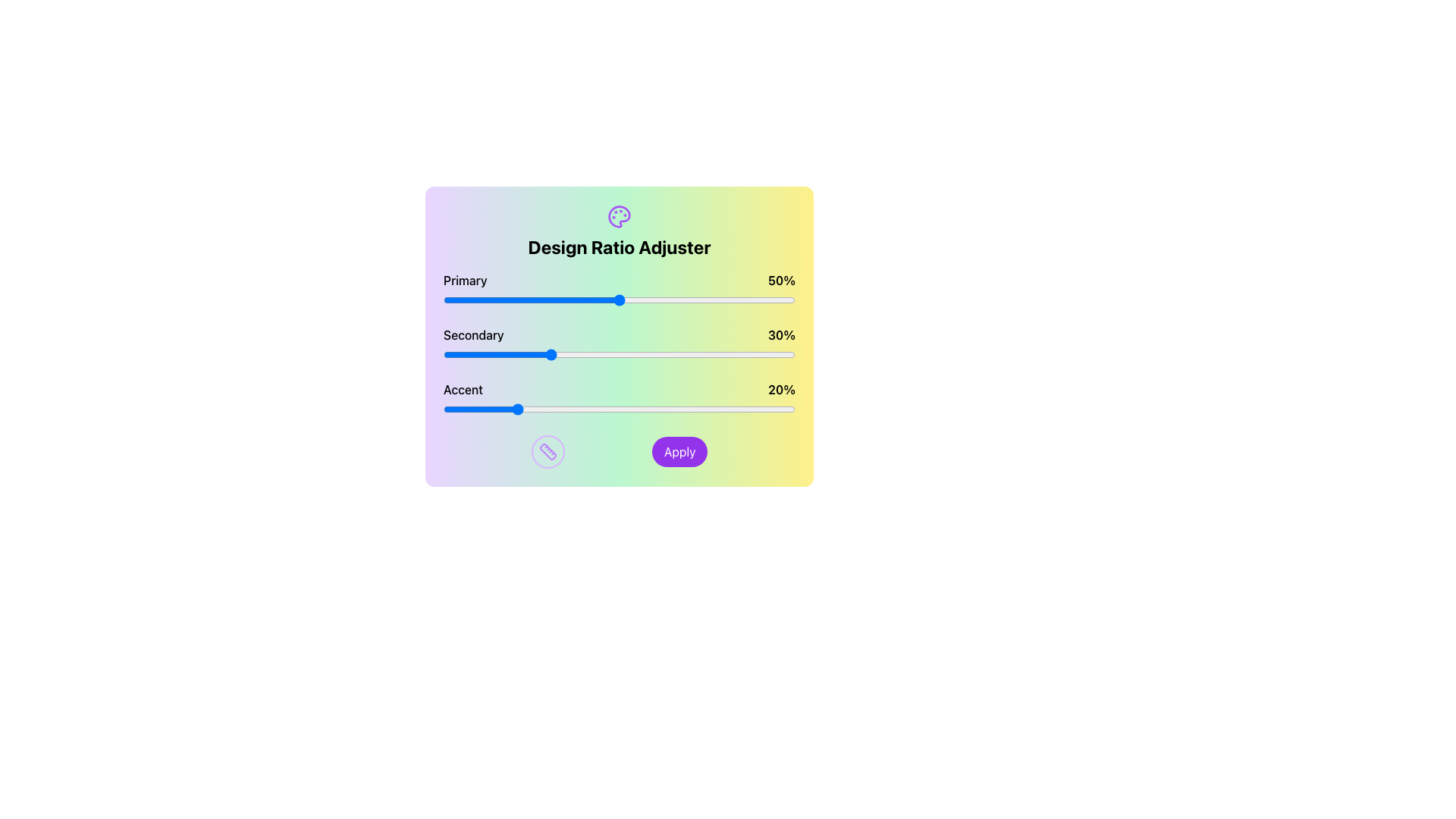  I want to click on the accent ratio slider, so click(633, 409).